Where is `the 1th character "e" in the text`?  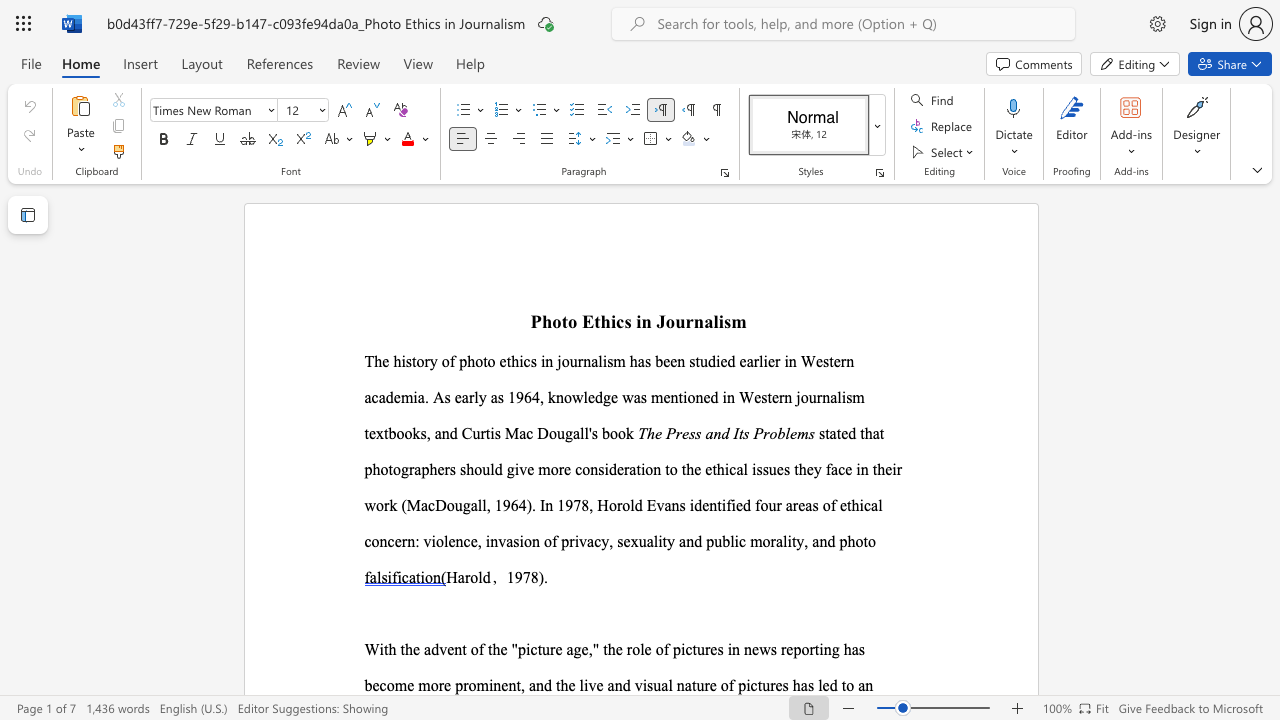
the 1th character "e" in the text is located at coordinates (705, 504).